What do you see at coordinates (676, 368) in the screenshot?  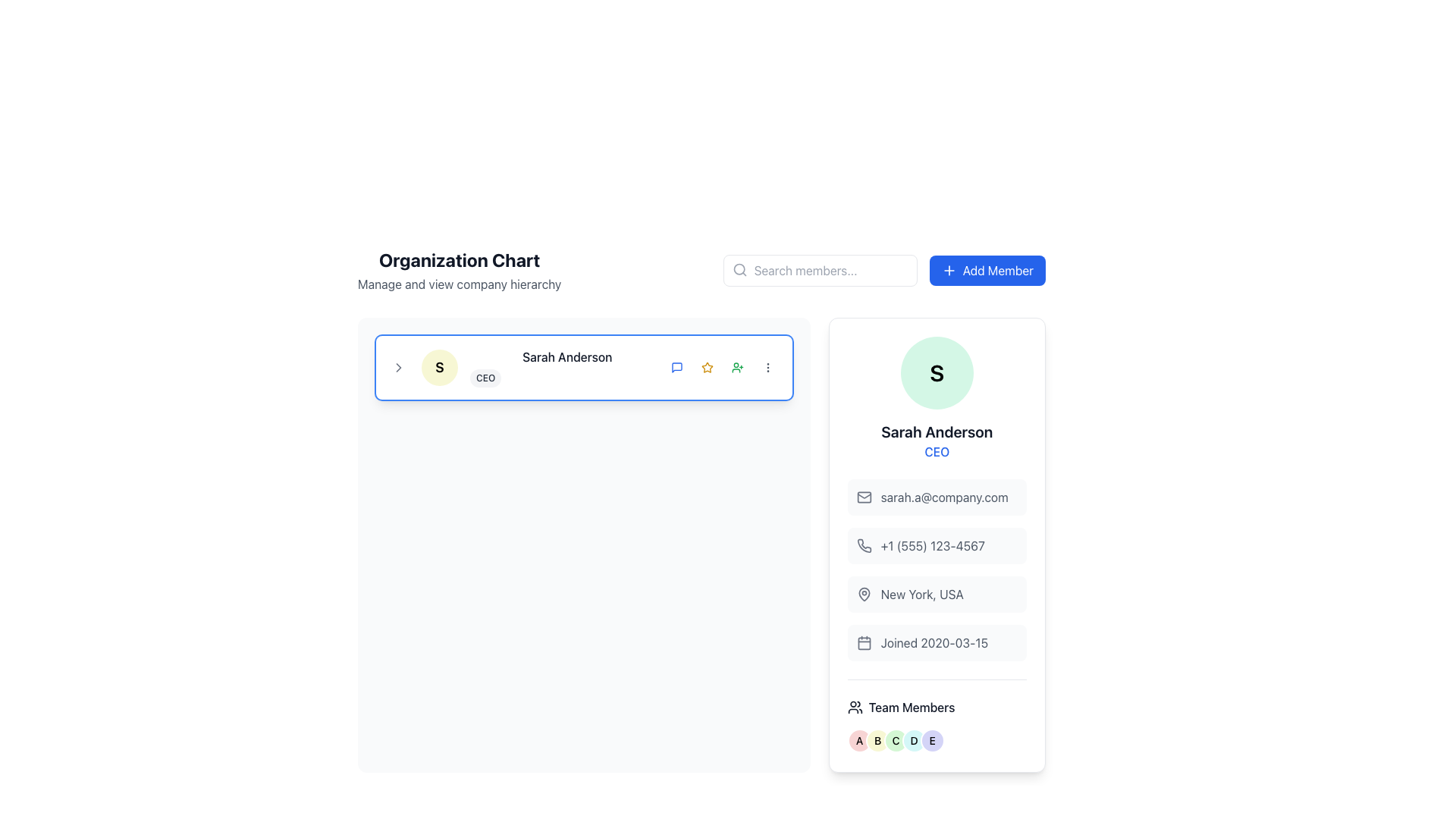 I see `the messaging icon located in the central toolbar` at bounding box center [676, 368].